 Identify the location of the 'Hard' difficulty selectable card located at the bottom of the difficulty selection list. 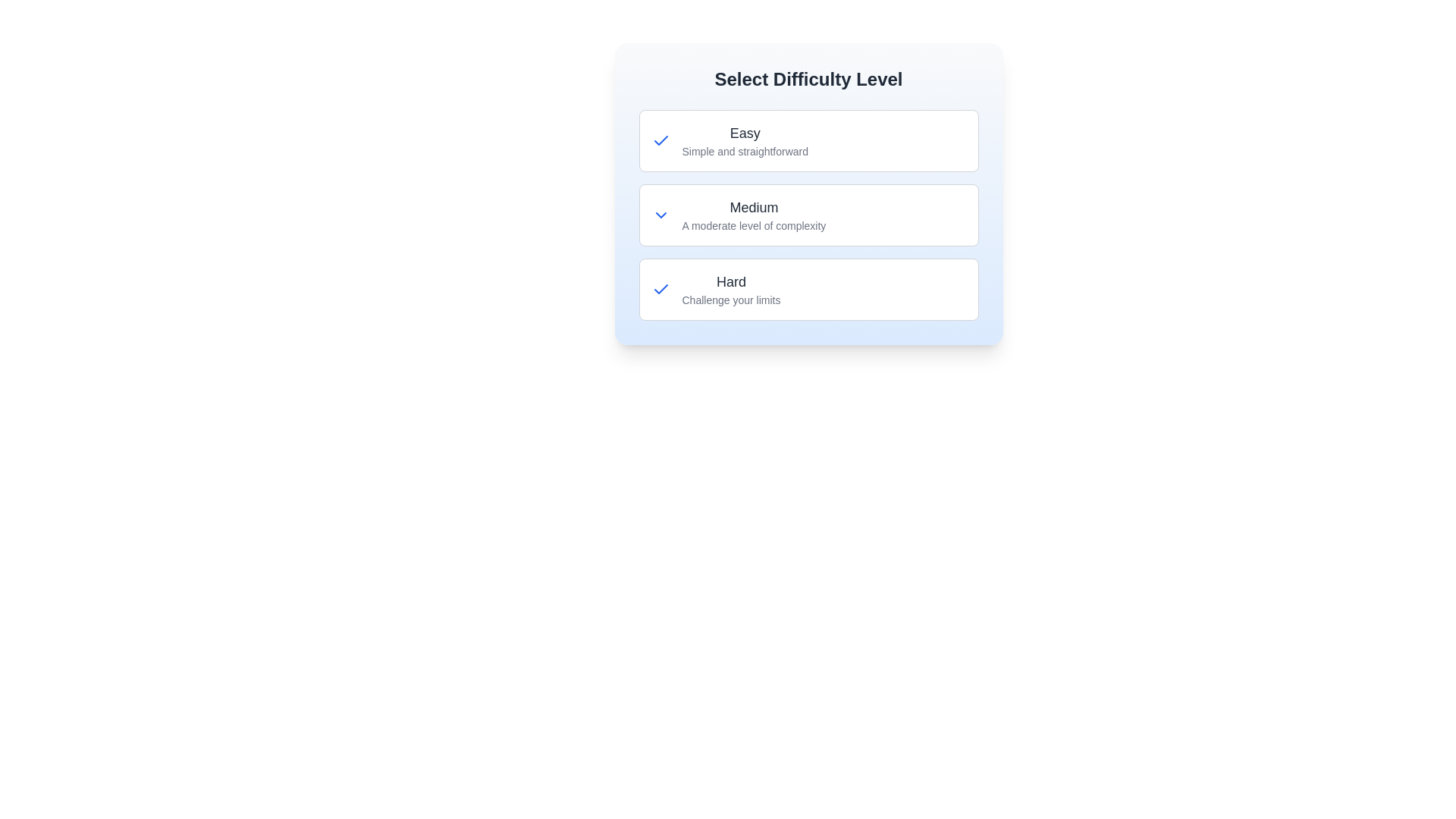
(808, 289).